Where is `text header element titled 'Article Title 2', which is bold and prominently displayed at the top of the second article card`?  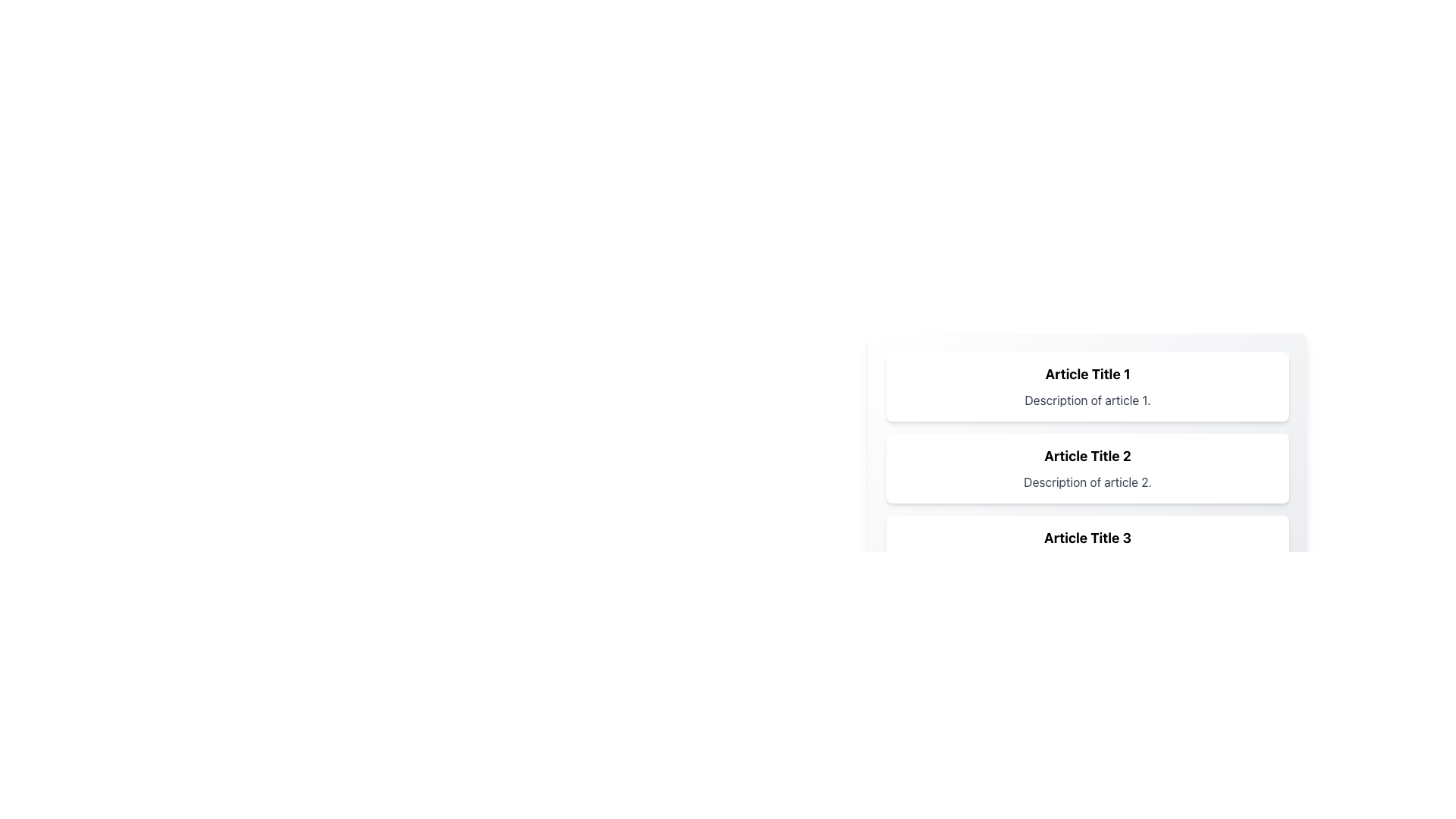 text header element titled 'Article Title 2', which is bold and prominently displayed at the top of the second article card is located at coordinates (1087, 455).